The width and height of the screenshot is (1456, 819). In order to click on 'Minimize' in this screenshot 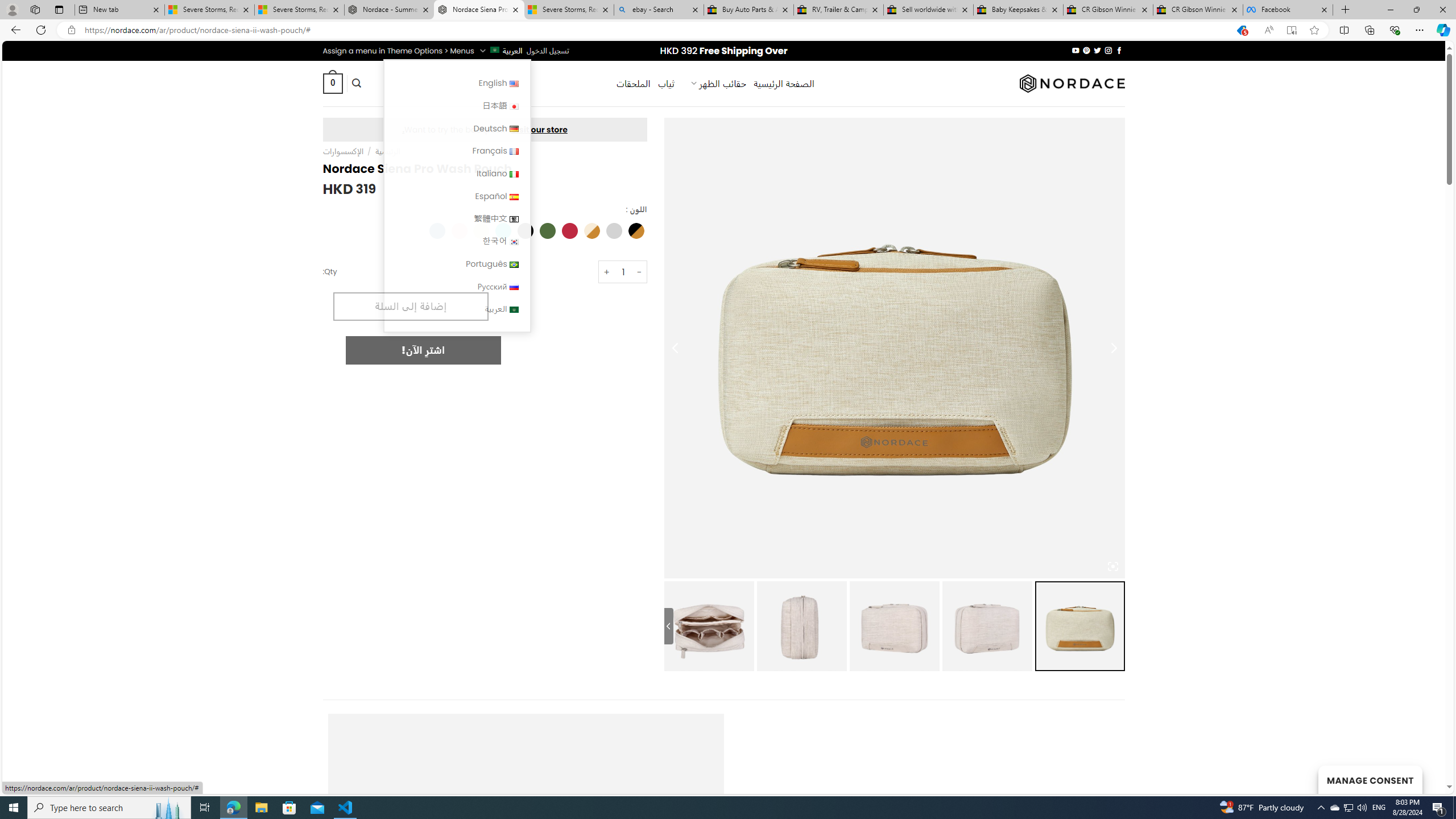, I will do `click(1389, 9)`.